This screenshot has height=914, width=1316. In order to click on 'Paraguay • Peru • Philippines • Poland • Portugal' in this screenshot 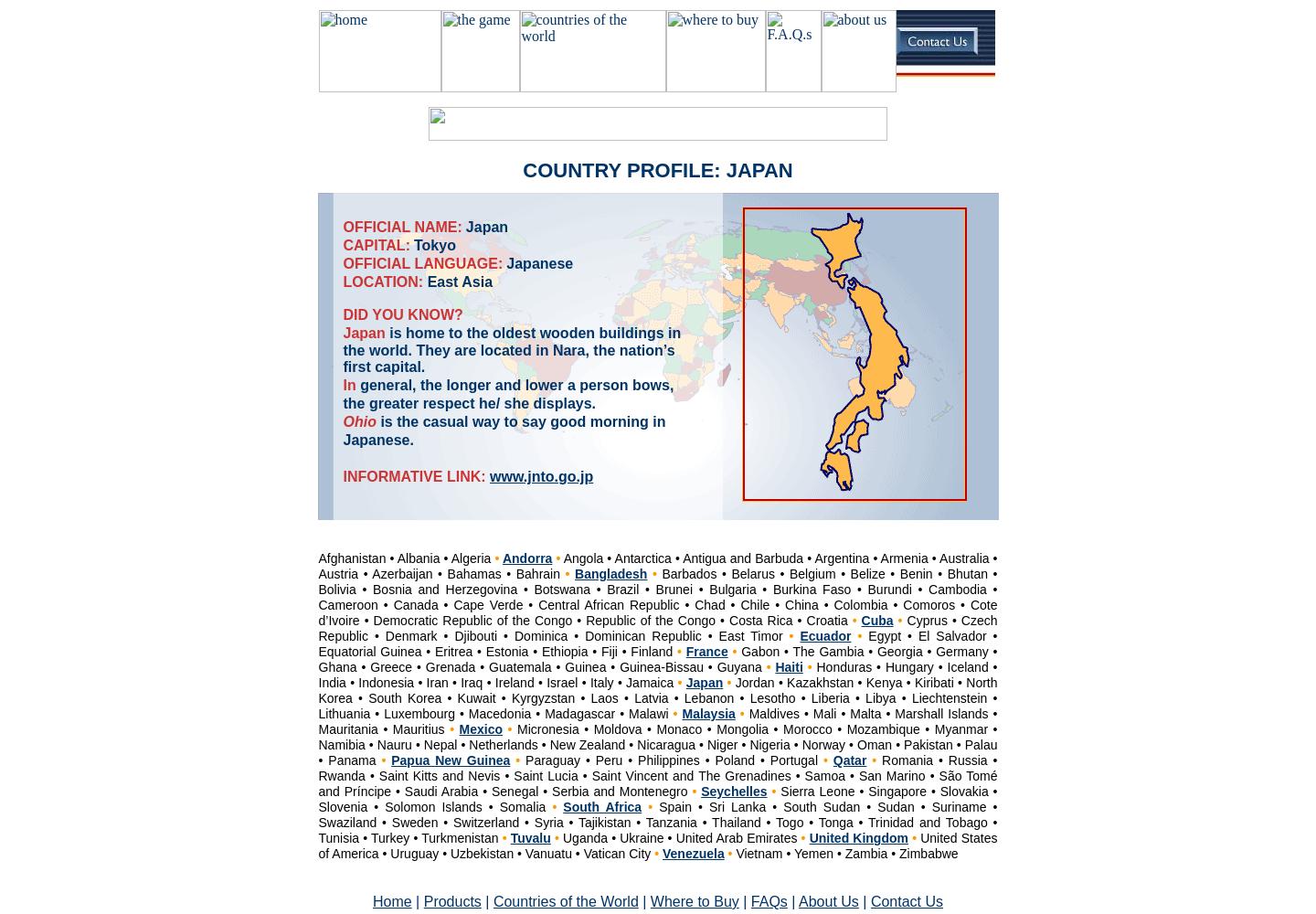, I will do `click(670, 760)`.